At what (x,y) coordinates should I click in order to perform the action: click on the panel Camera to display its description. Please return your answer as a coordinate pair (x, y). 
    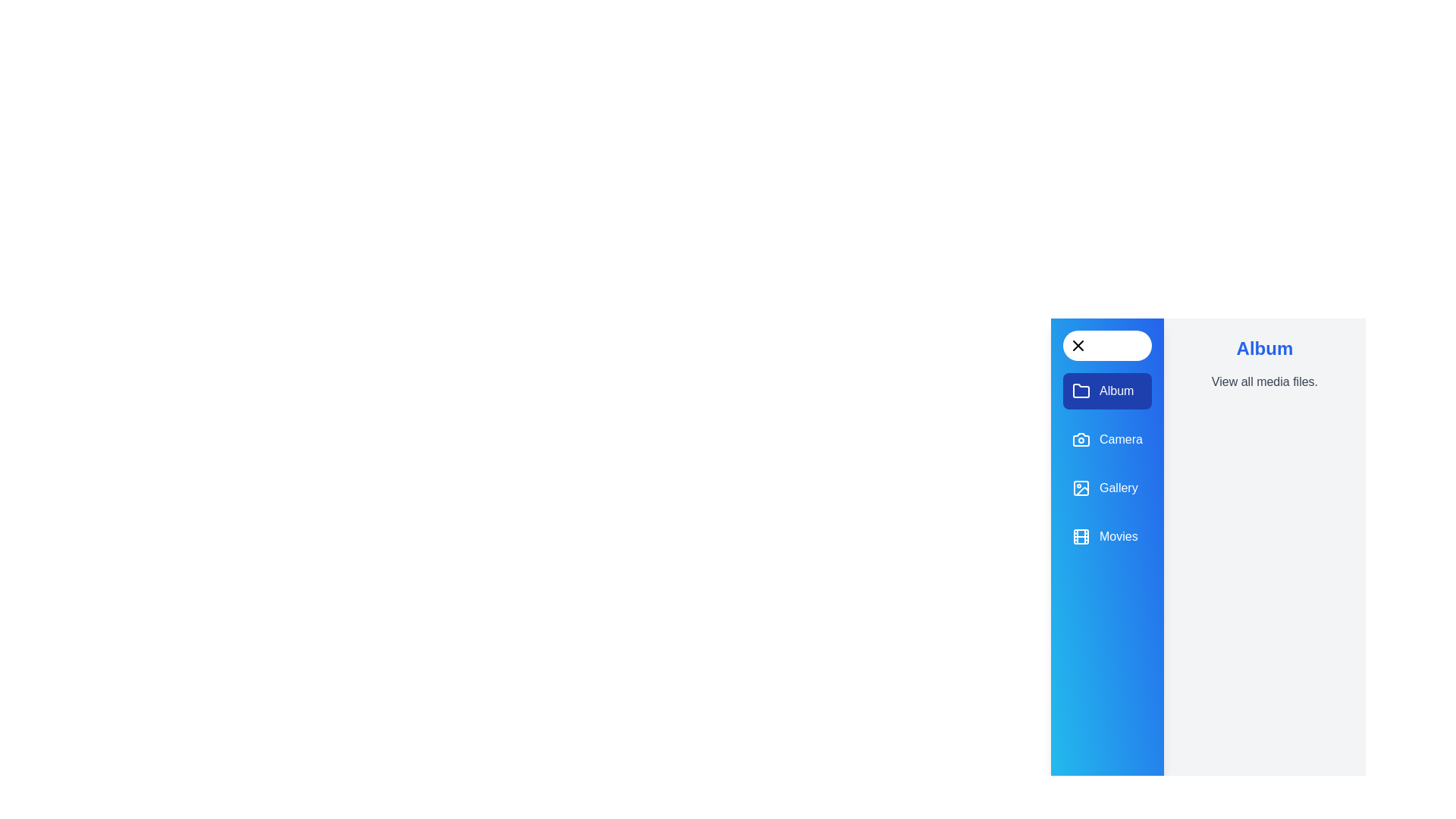
    Looking at the image, I should click on (1107, 439).